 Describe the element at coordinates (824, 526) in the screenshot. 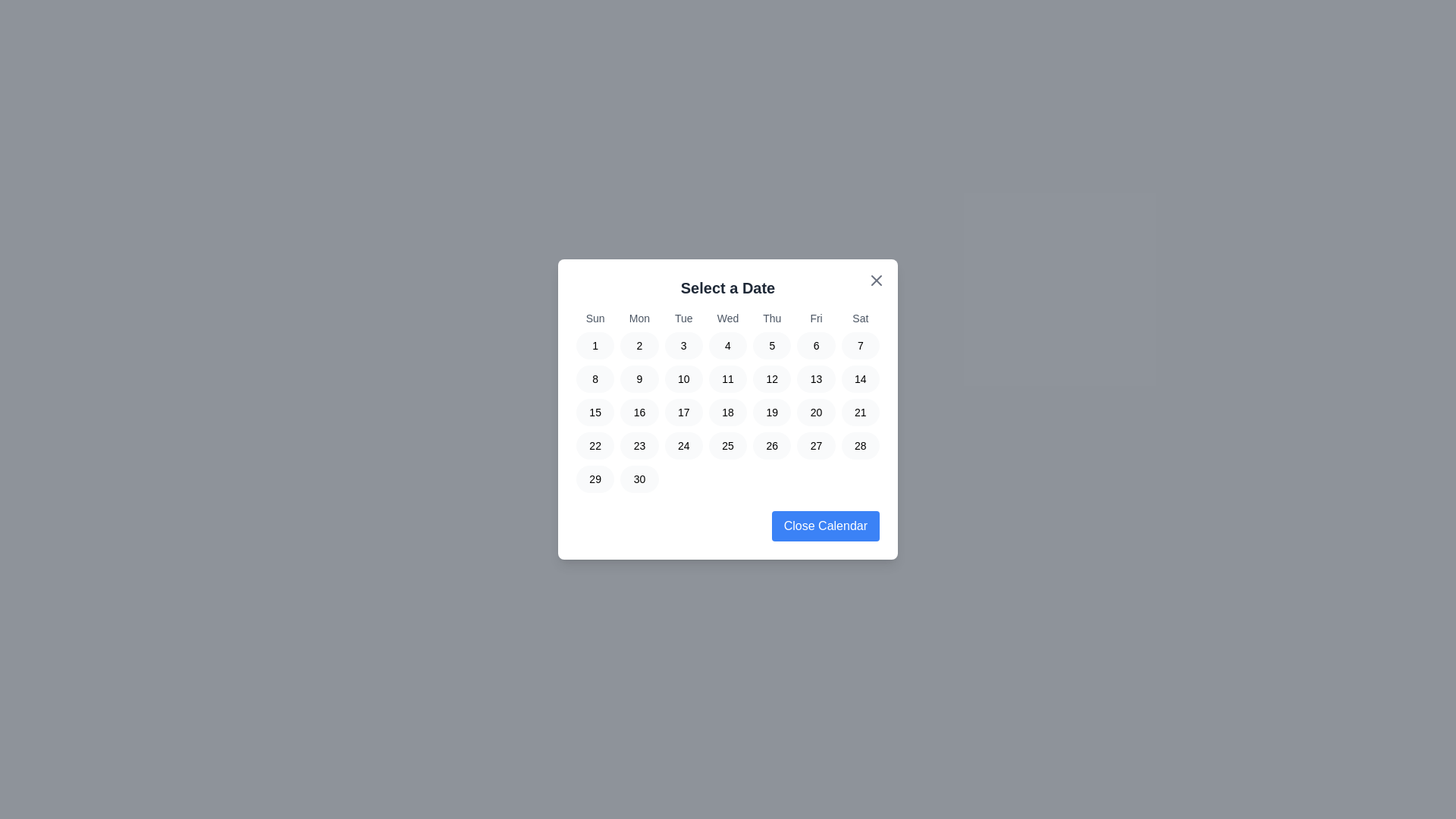

I see `the 'Close Calendar' button to close the calendar dialog` at that location.